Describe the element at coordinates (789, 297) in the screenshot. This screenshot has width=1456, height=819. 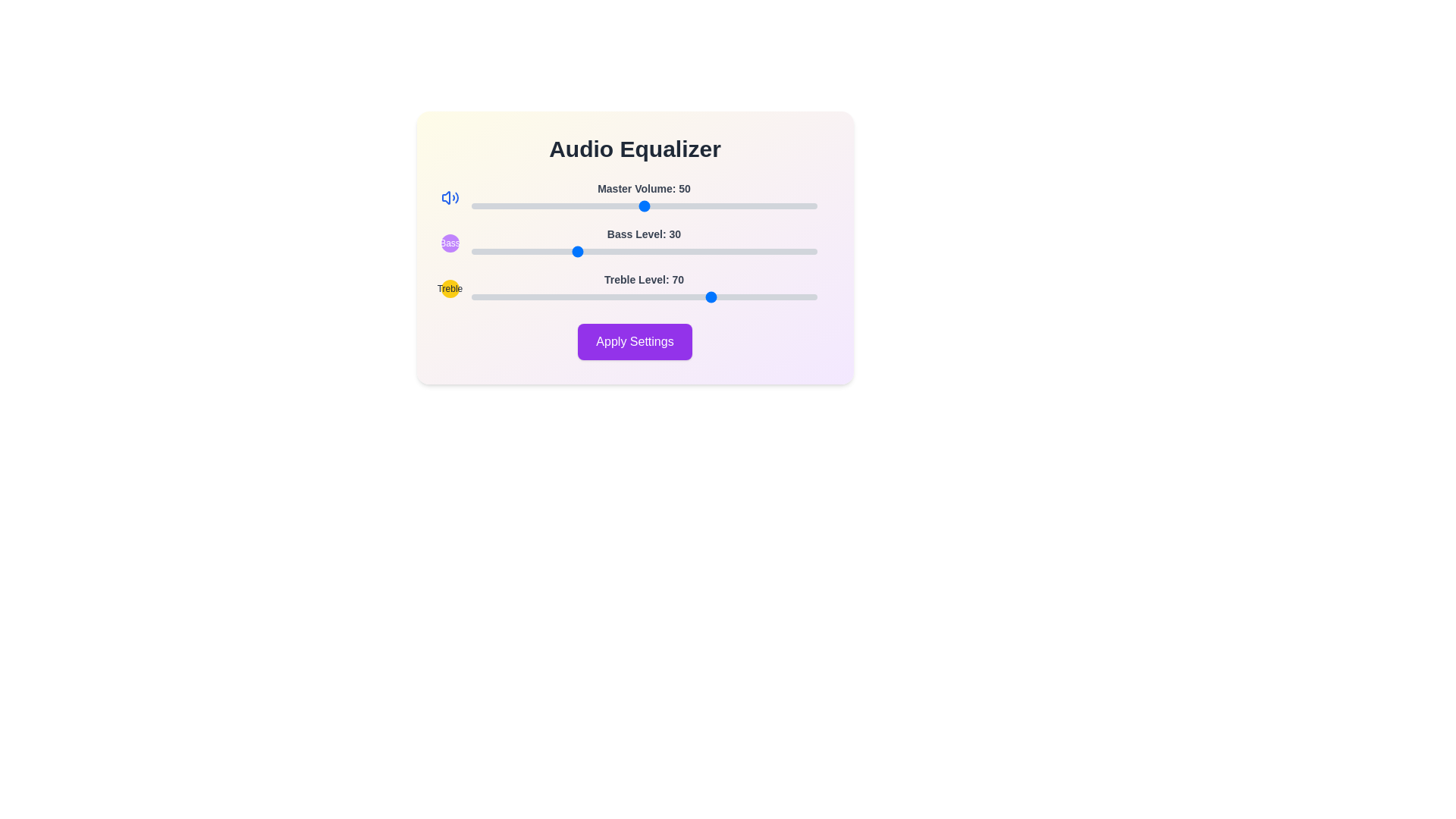
I see `Treble Level` at that location.